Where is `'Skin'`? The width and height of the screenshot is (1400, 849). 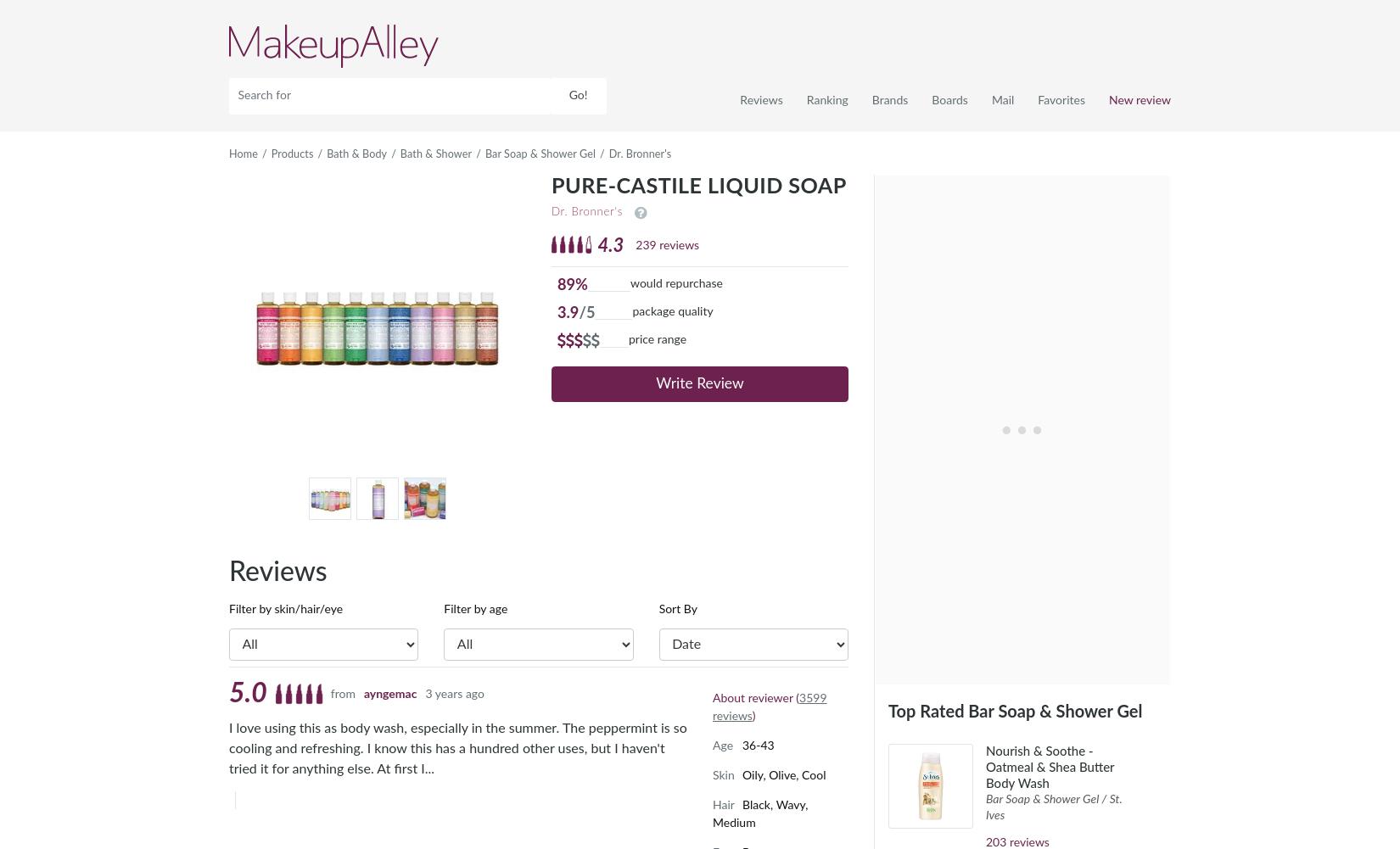
'Skin' is located at coordinates (723, 775).